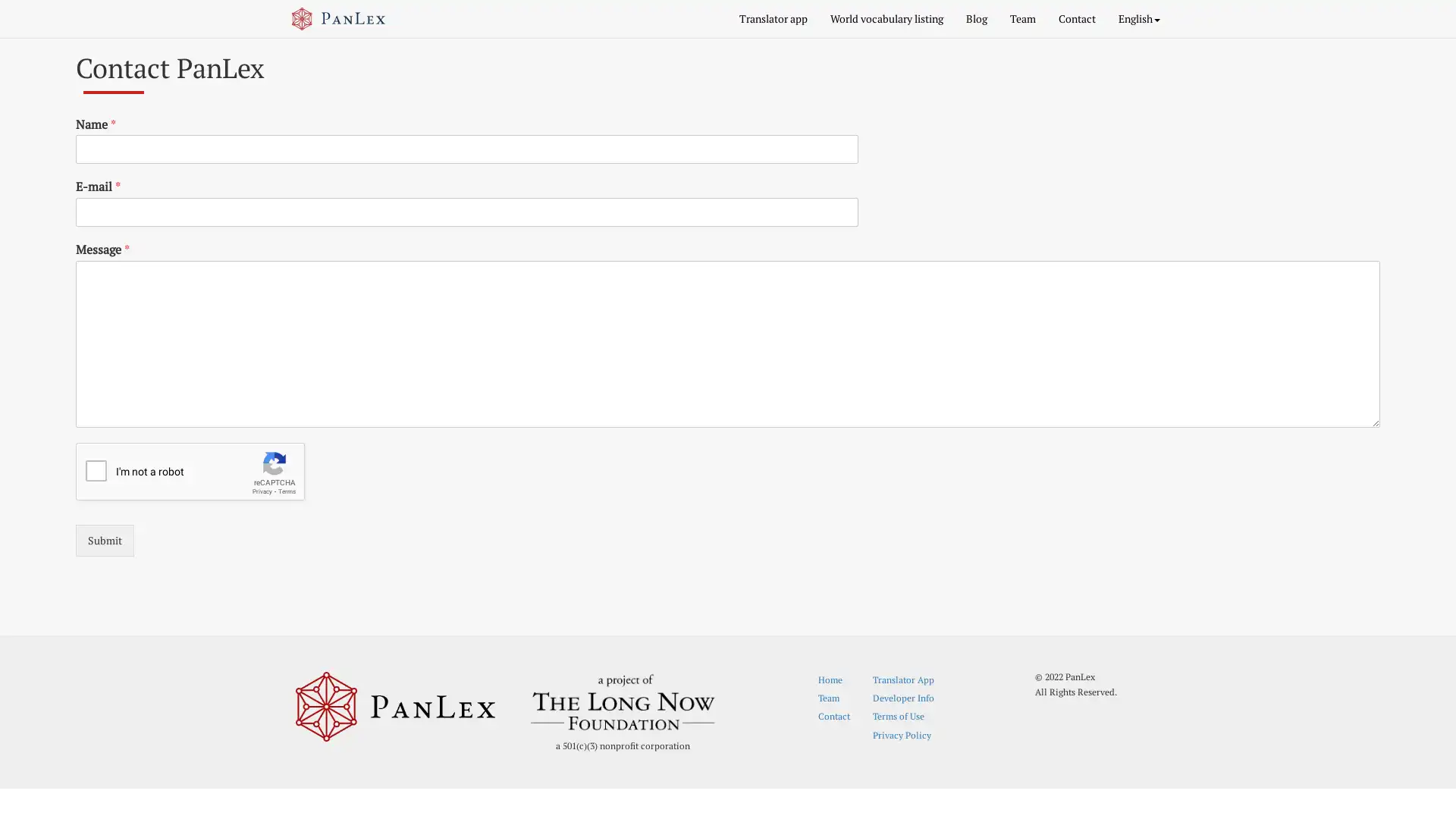 The height and width of the screenshot is (819, 1456). Describe the element at coordinates (104, 539) in the screenshot. I see `Submit` at that location.